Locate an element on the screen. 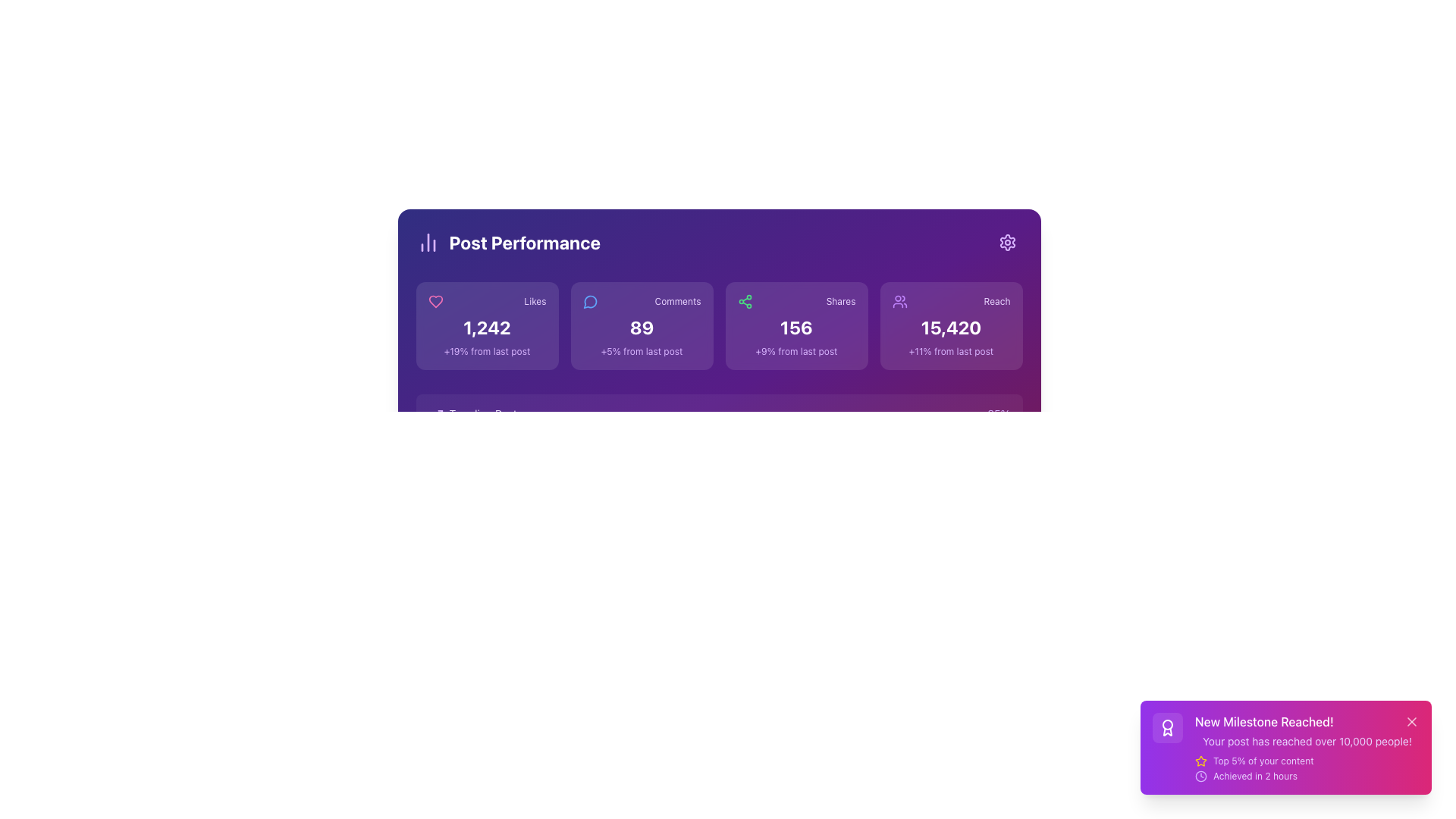 The height and width of the screenshot is (819, 1456). the purple card titled 'Reach' that displays '15,420' in bold and has a subtext of '+11% from last post', which is the rightmost card in a grid of four cards labeled 'Likes', 'Comments', 'Shares', and 'Reach' is located at coordinates (950, 325).